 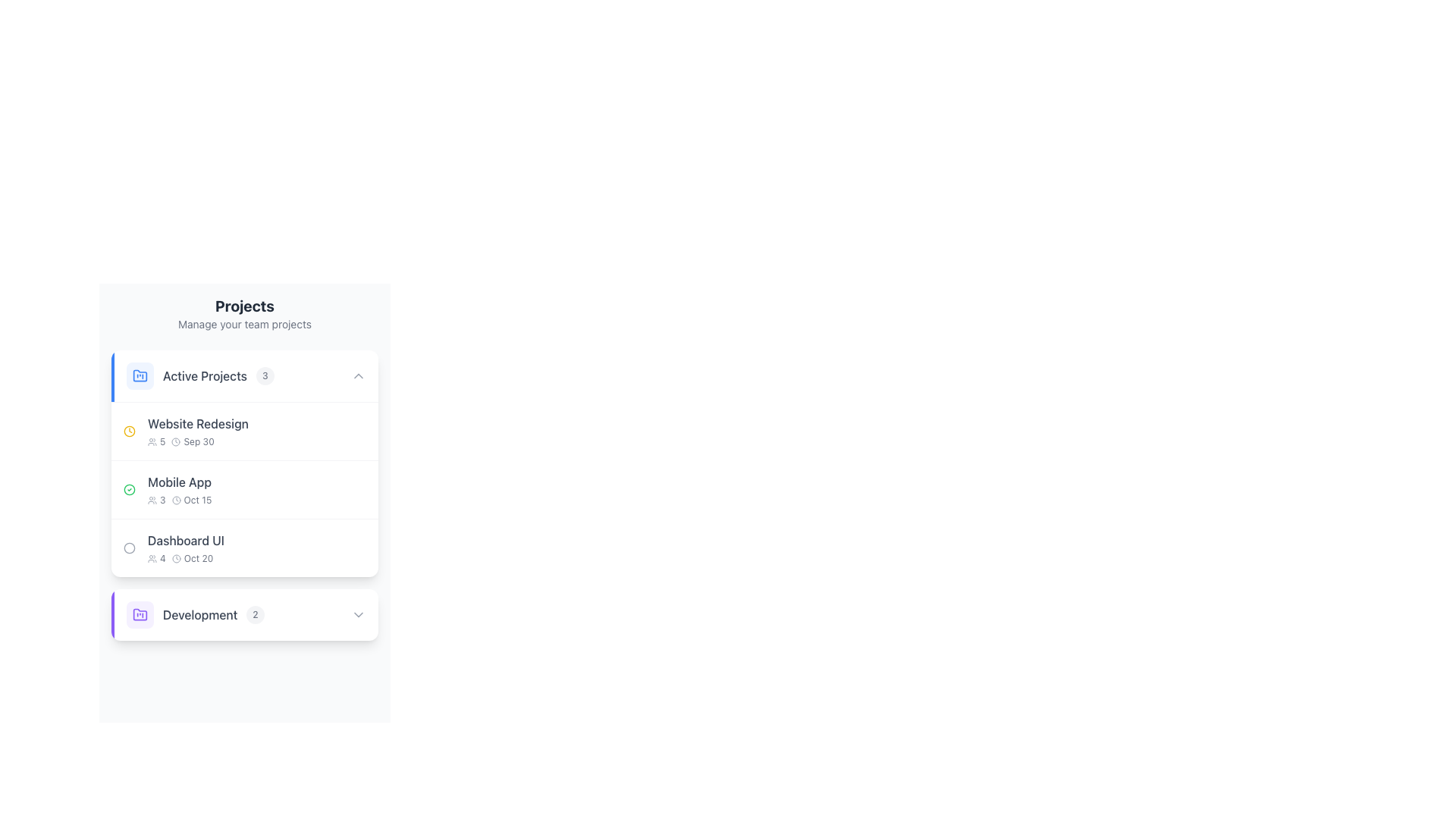 What do you see at coordinates (344, 548) in the screenshot?
I see `the interactive component with circular and star icons located at the right side of the 'Dashboard UI 4 Oct 20' list entry` at bounding box center [344, 548].